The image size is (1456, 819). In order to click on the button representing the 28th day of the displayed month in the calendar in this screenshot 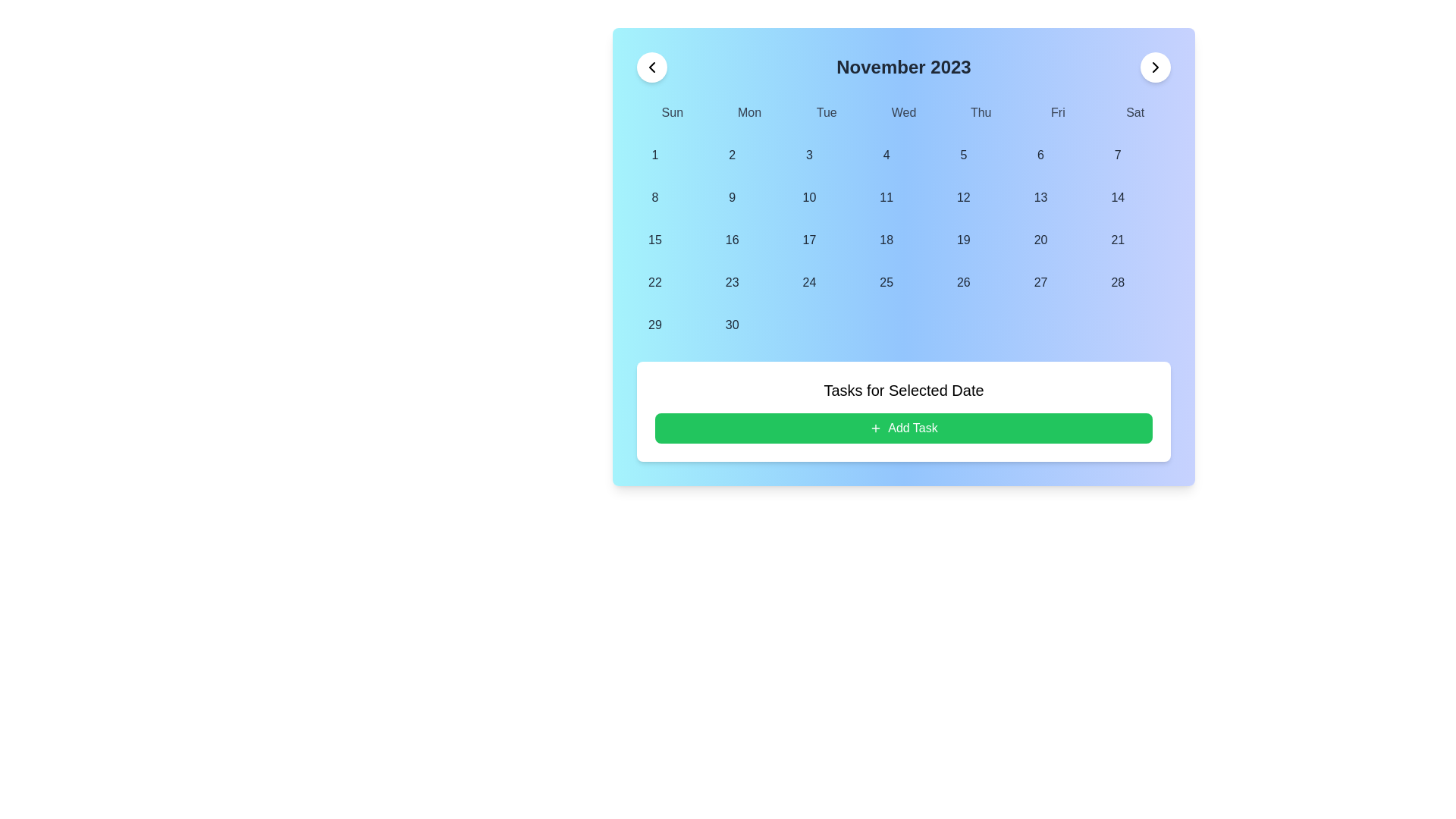, I will do `click(1118, 283)`.